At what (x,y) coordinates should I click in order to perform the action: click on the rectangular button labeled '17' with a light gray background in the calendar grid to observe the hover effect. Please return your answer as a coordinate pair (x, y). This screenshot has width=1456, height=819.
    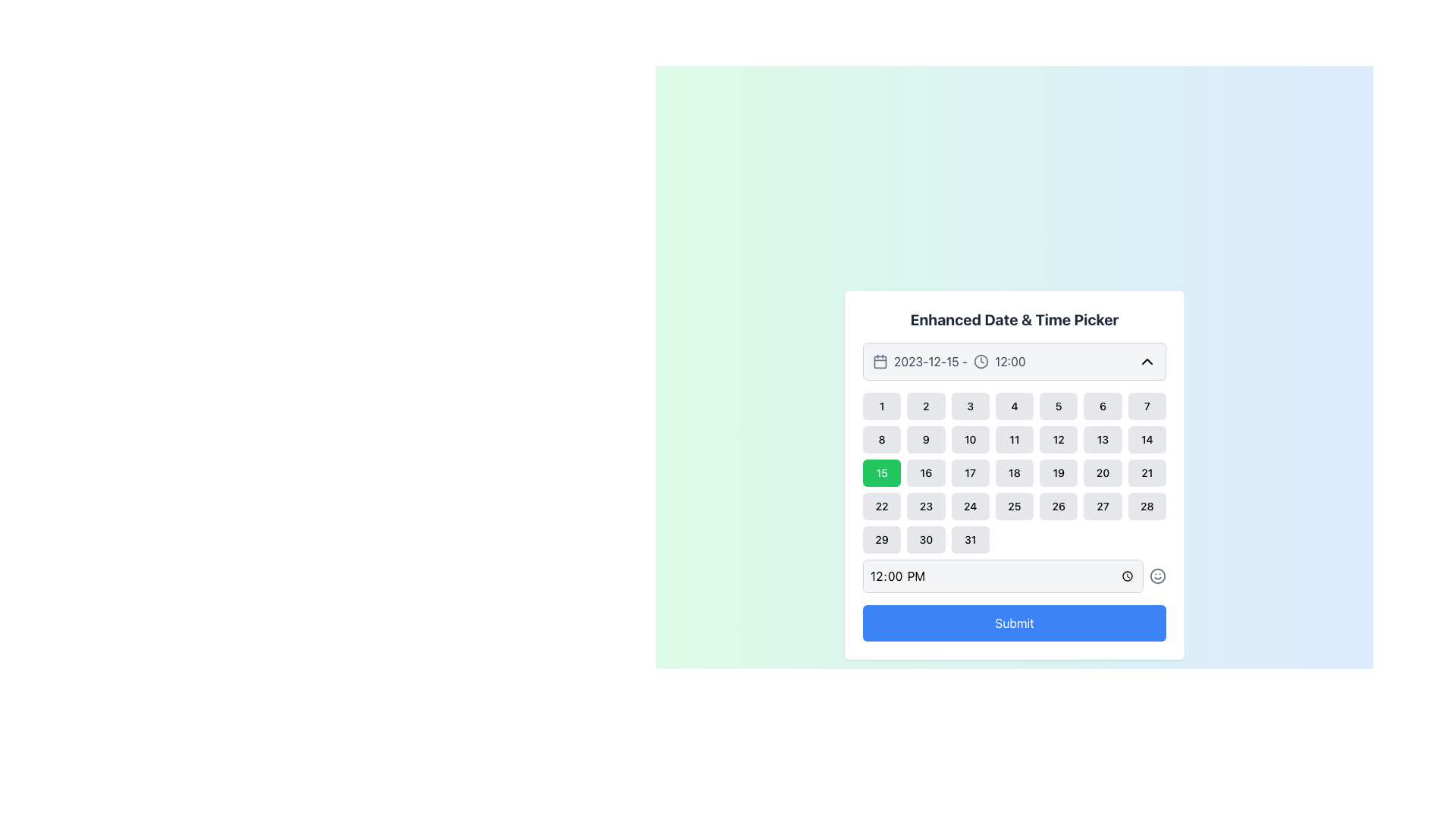
    Looking at the image, I should click on (969, 472).